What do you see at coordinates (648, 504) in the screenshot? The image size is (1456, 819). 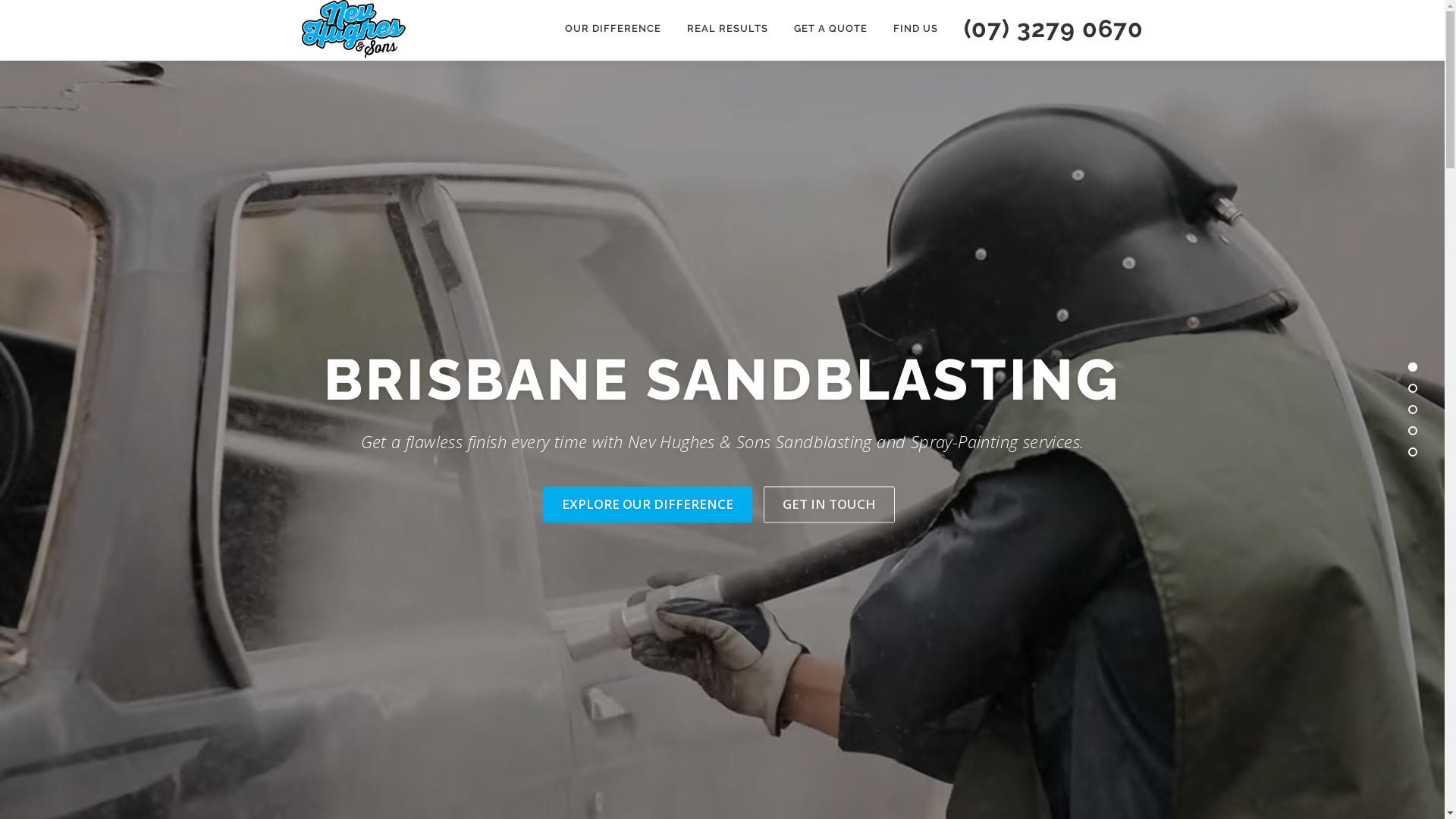 I see `'EXPLORE OUR DIFFERENCE'` at bounding box center [648, 504].